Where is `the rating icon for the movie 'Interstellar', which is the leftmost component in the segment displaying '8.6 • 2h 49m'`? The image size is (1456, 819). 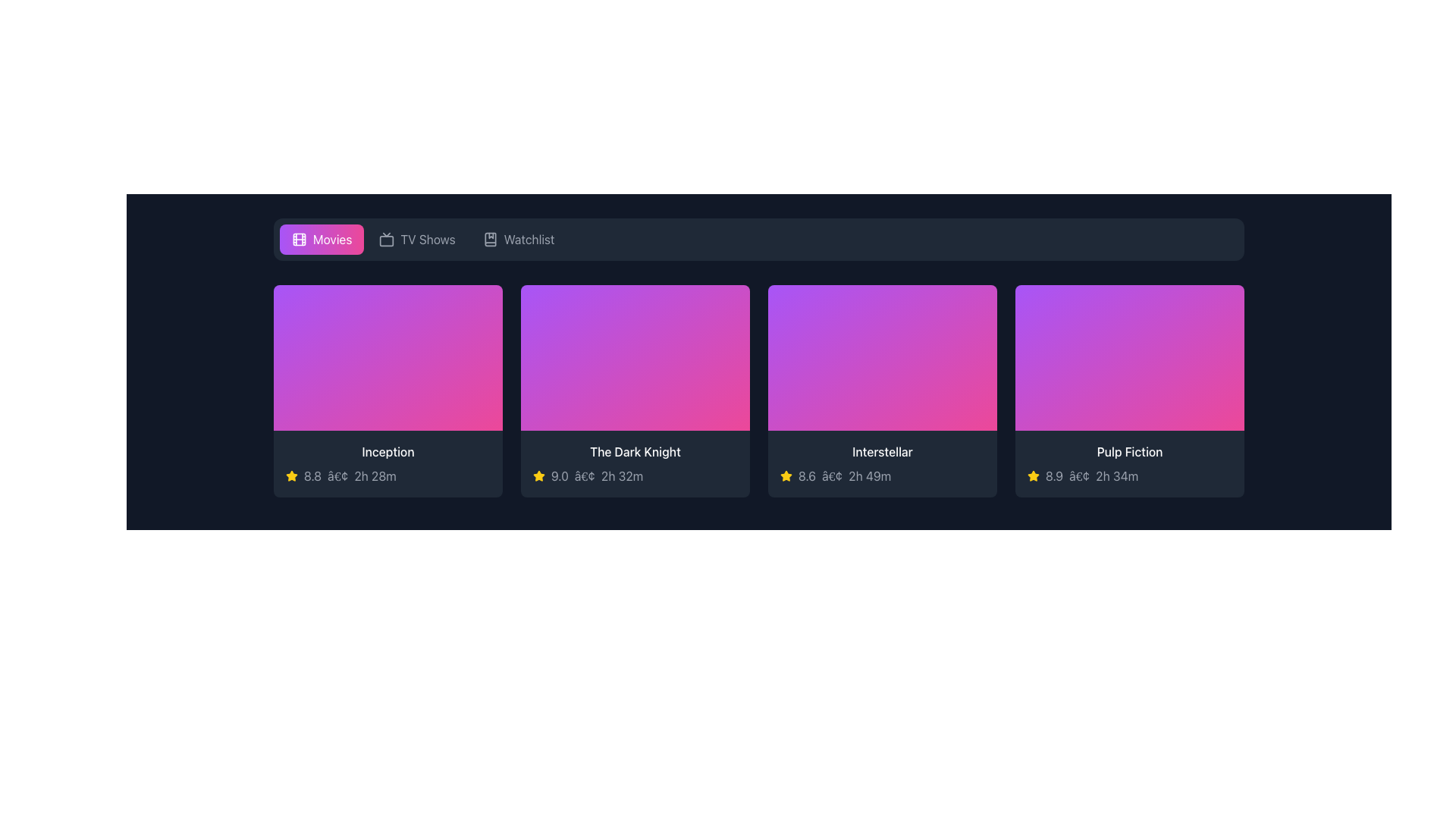
the rating icon for the movie 'Interstellar', which is the leftmost component in the segment displaying '8.6 • 2h 49m' is located at coordinates (786, 475).